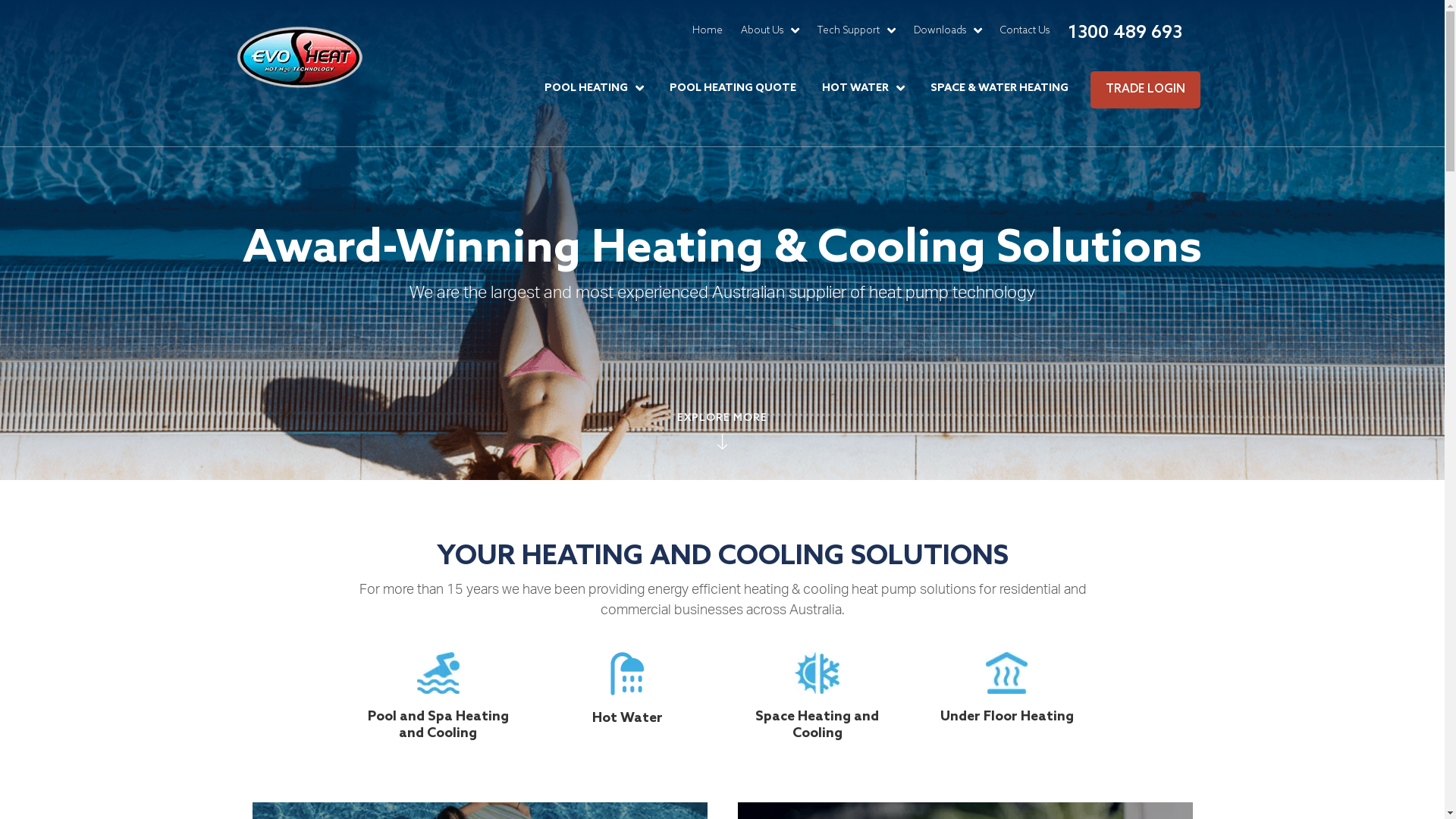 Image resolution: width=1456 pixels, height=819 pixels. What do you see at coordinates (817, 30) in the screenshot?
I see `'Tech Support'` at bounding box center [817, 30].